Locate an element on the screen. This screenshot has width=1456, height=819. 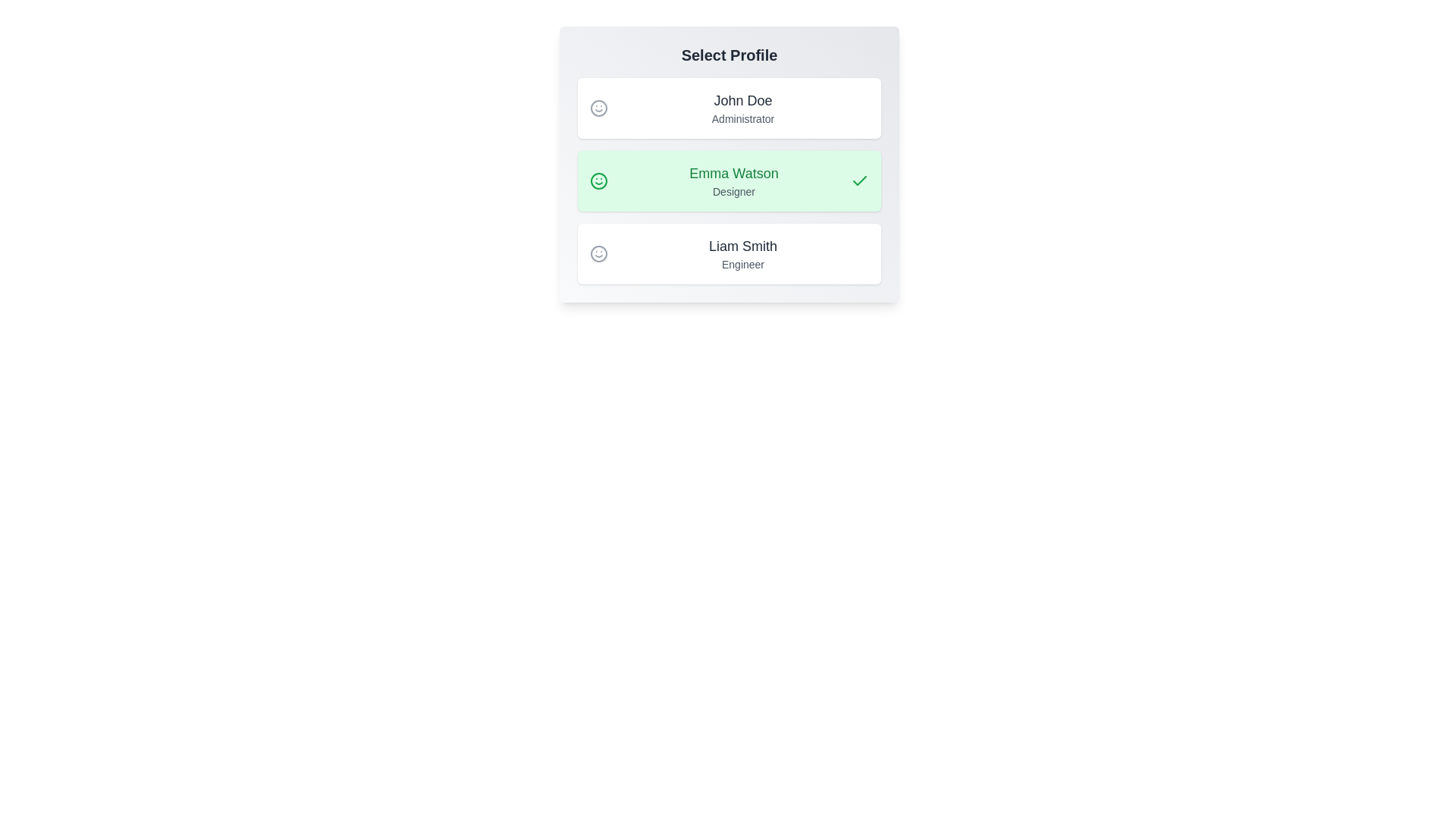
the profile Liam Smith is located at coordinates (729, 253).